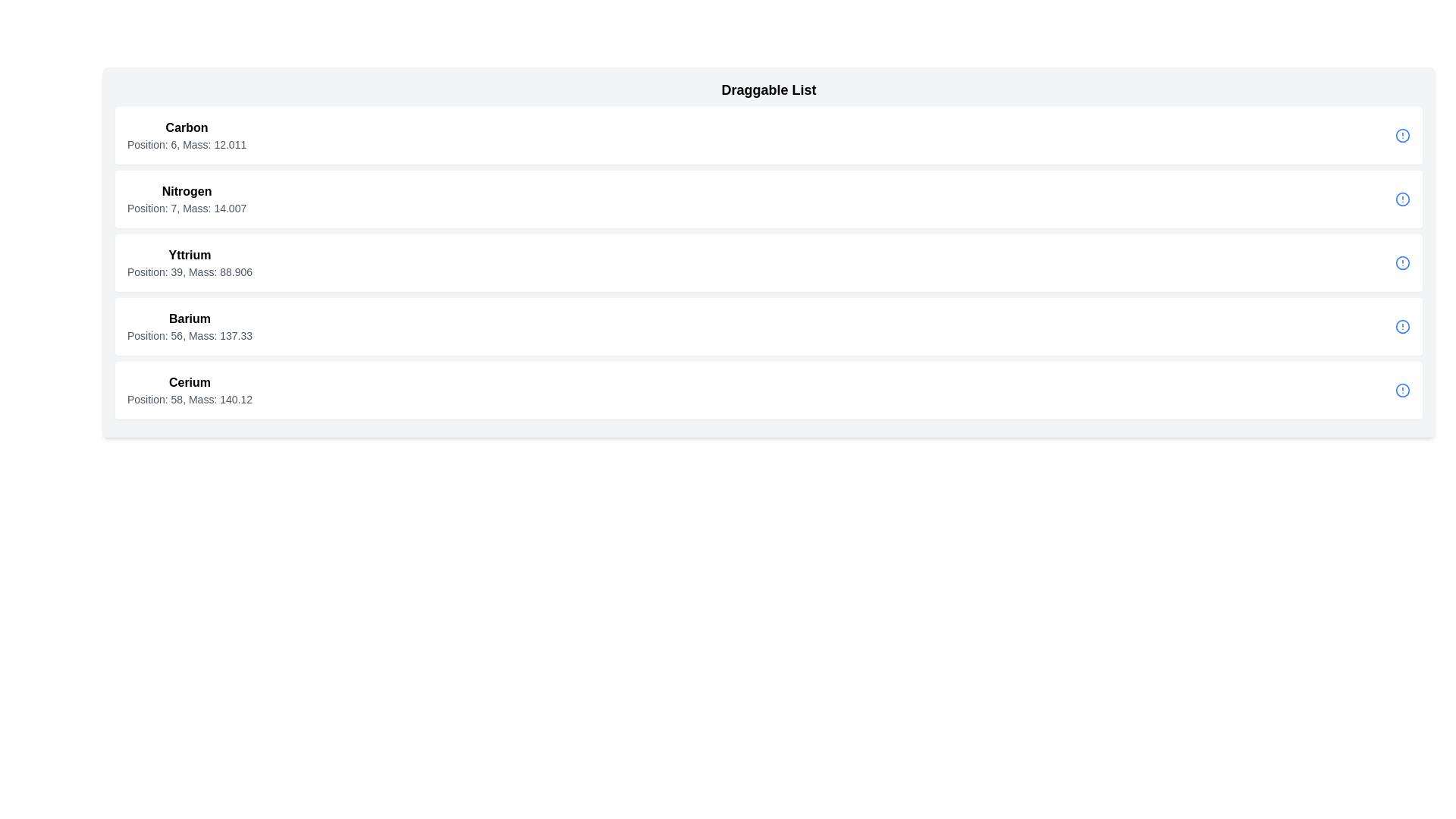 The image size is (1456, 819). Describe the element at coordinates (189, 326) in the screenshot. I see `information from the Text Block displaying 'Barium' and its properties, which is the third entry in a vertical list` at that location.